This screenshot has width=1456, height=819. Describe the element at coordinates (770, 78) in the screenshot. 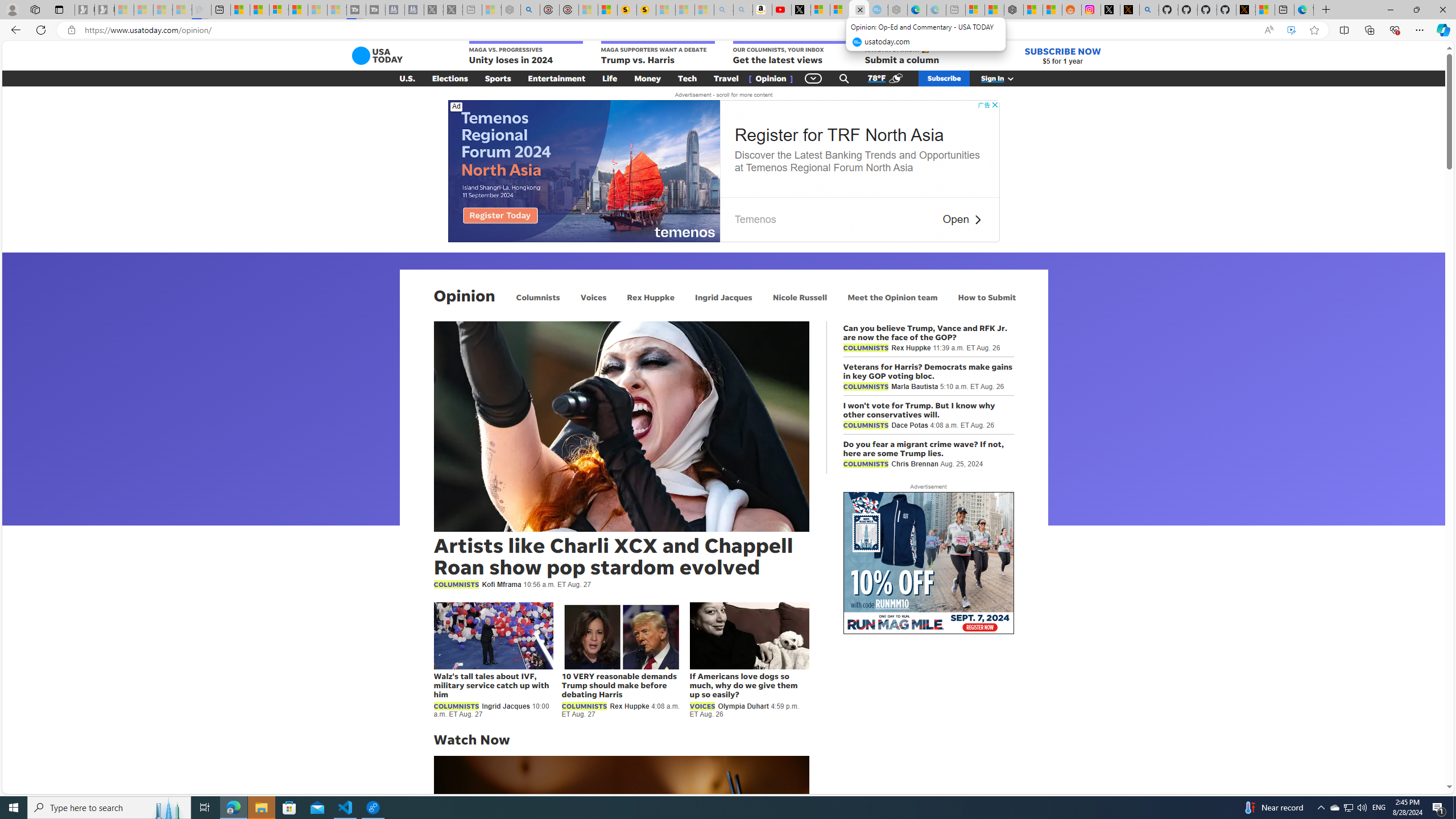

I see `'[ Opinion ]'` at that location.